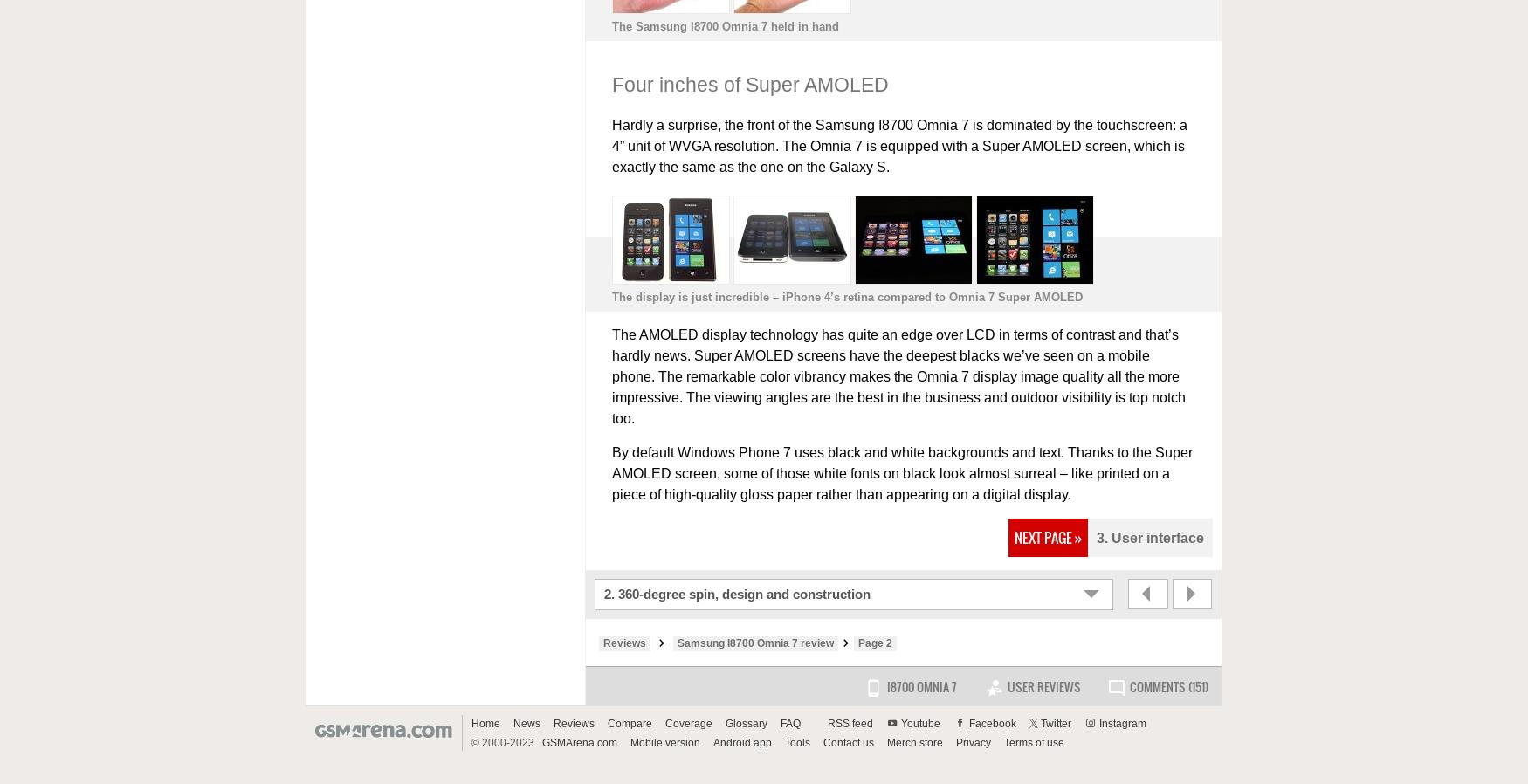  What do you see at coordinates (1047, 536) in the screenshot?
I see `'Next Page »'` at bounding box center [1047, 536].